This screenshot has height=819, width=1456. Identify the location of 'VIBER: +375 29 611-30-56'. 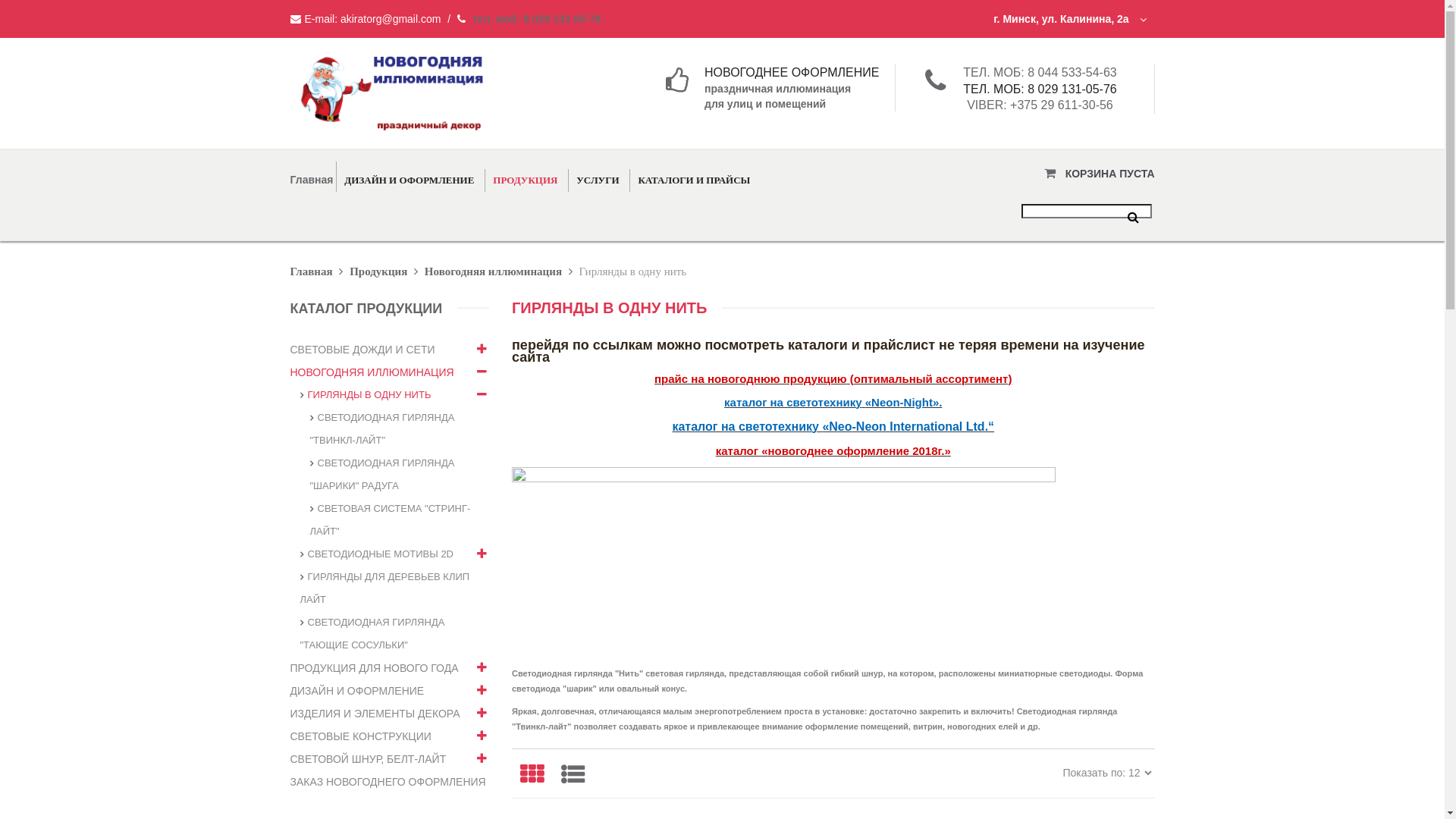
(1039, 104).